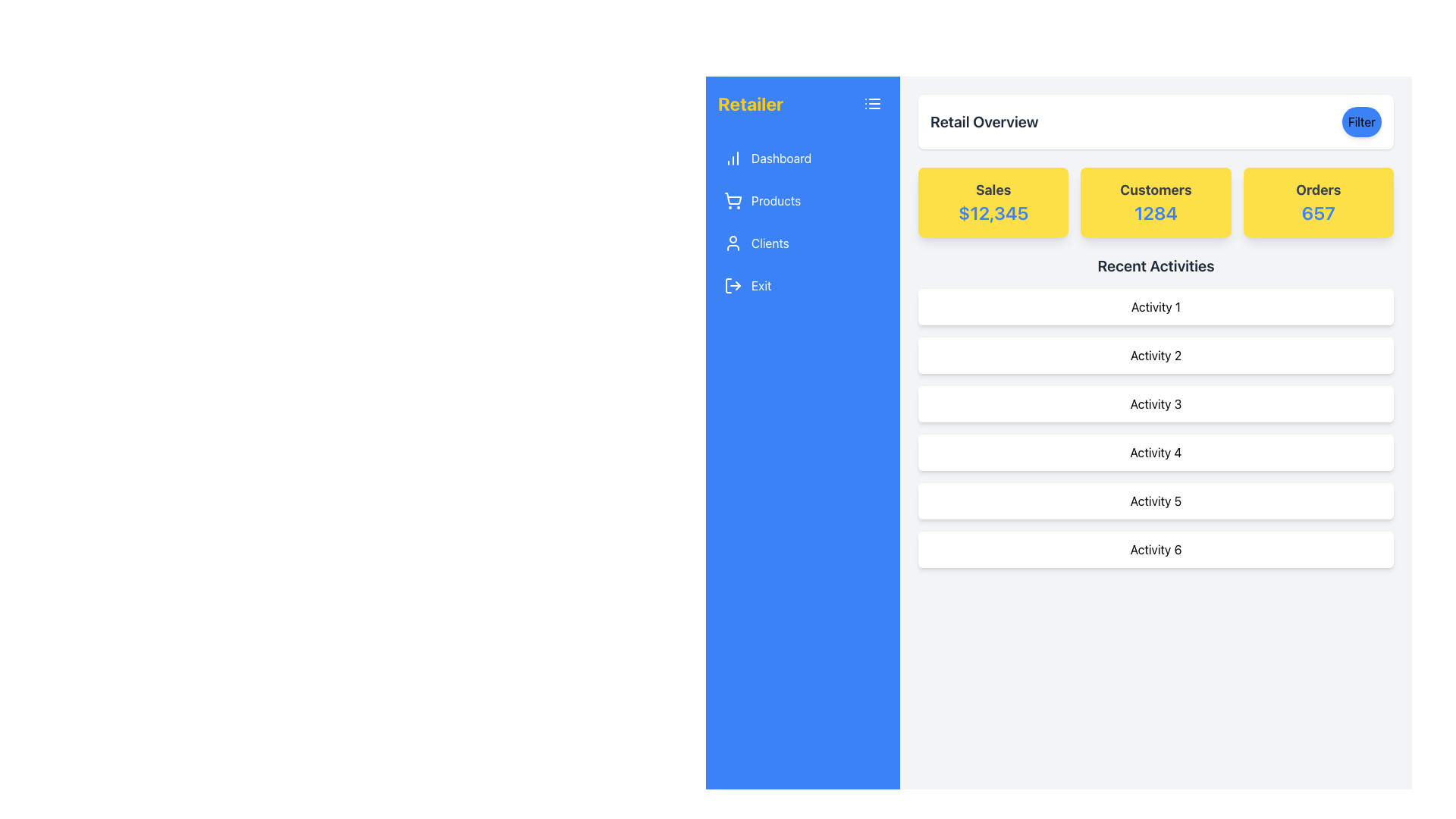  What do you see at coordinates (1155, 201) in the screenshot?
I see `the Statistical display card that shows the number 1284 in a large blue font, indicating total customer count, with a smaller title 'Customers' above it in bold gray text, set against a yellow background with rounded corners` at bounding box center [1155, 201].